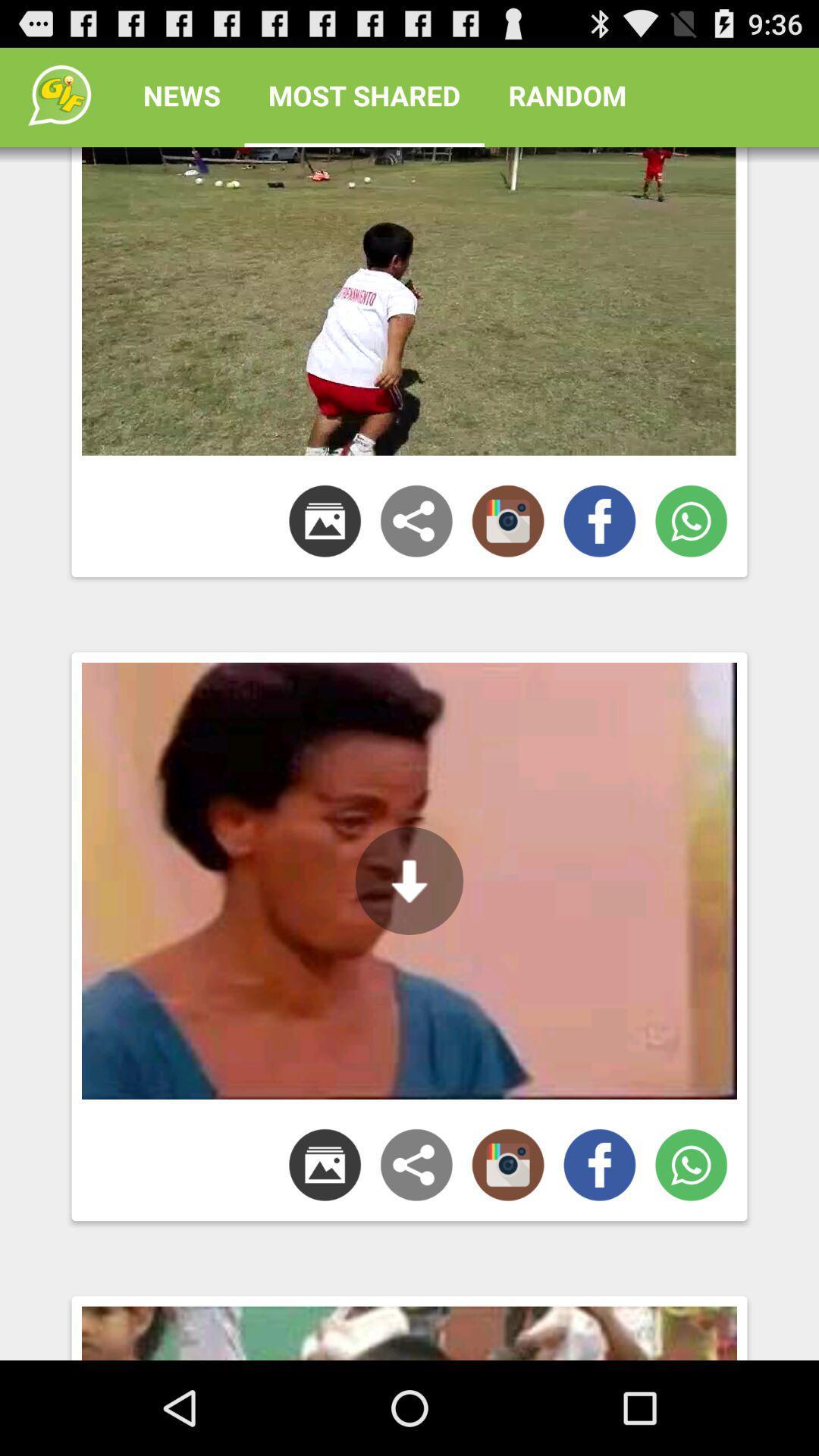  Describe the element at coordinates (324, 1164) in the screenshot. I see `first icon in second image` at that location.